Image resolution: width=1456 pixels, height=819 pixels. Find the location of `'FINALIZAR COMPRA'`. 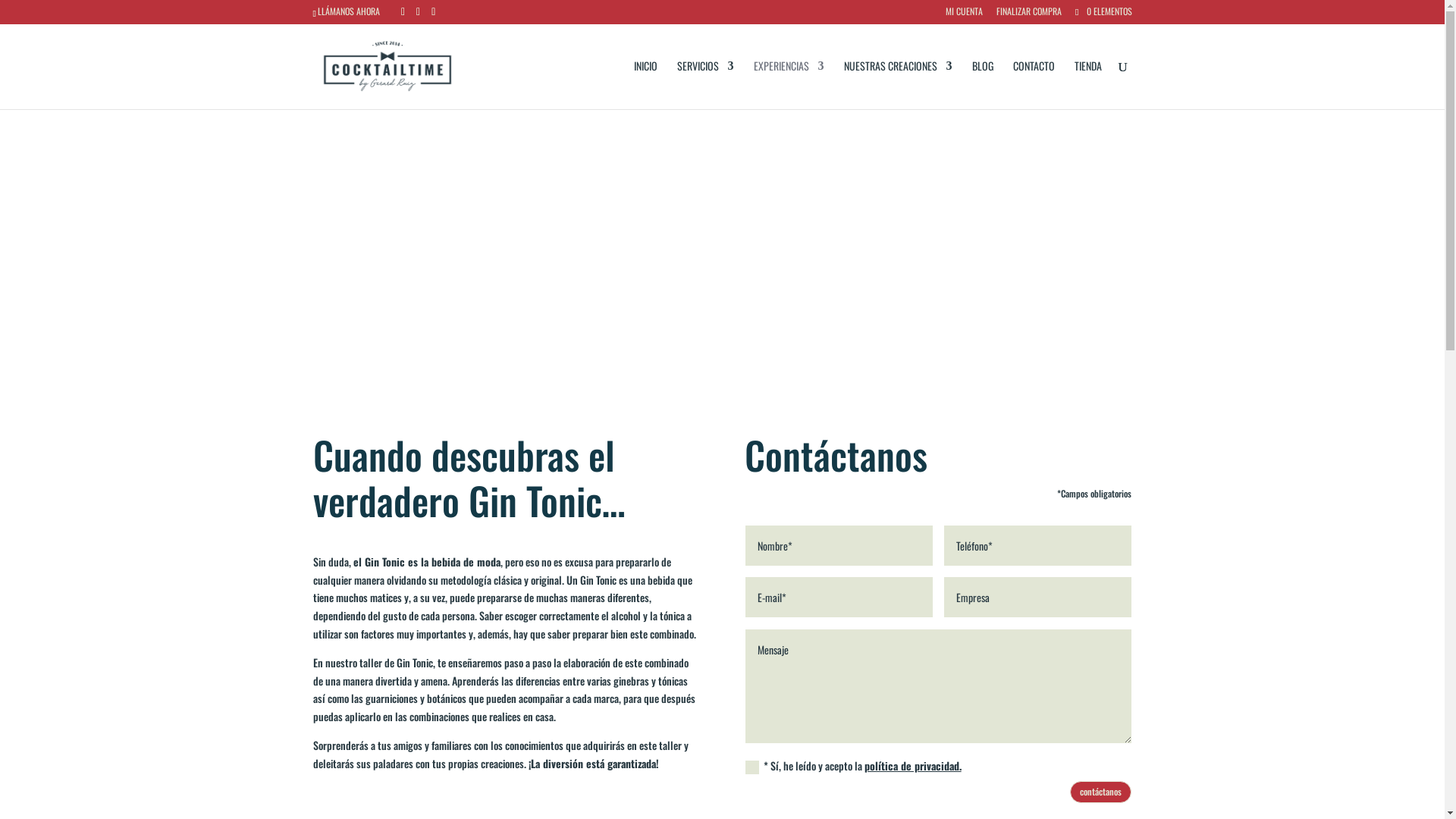

'FINALIZAR COMPRA' is located at coordinates (1029, 14).